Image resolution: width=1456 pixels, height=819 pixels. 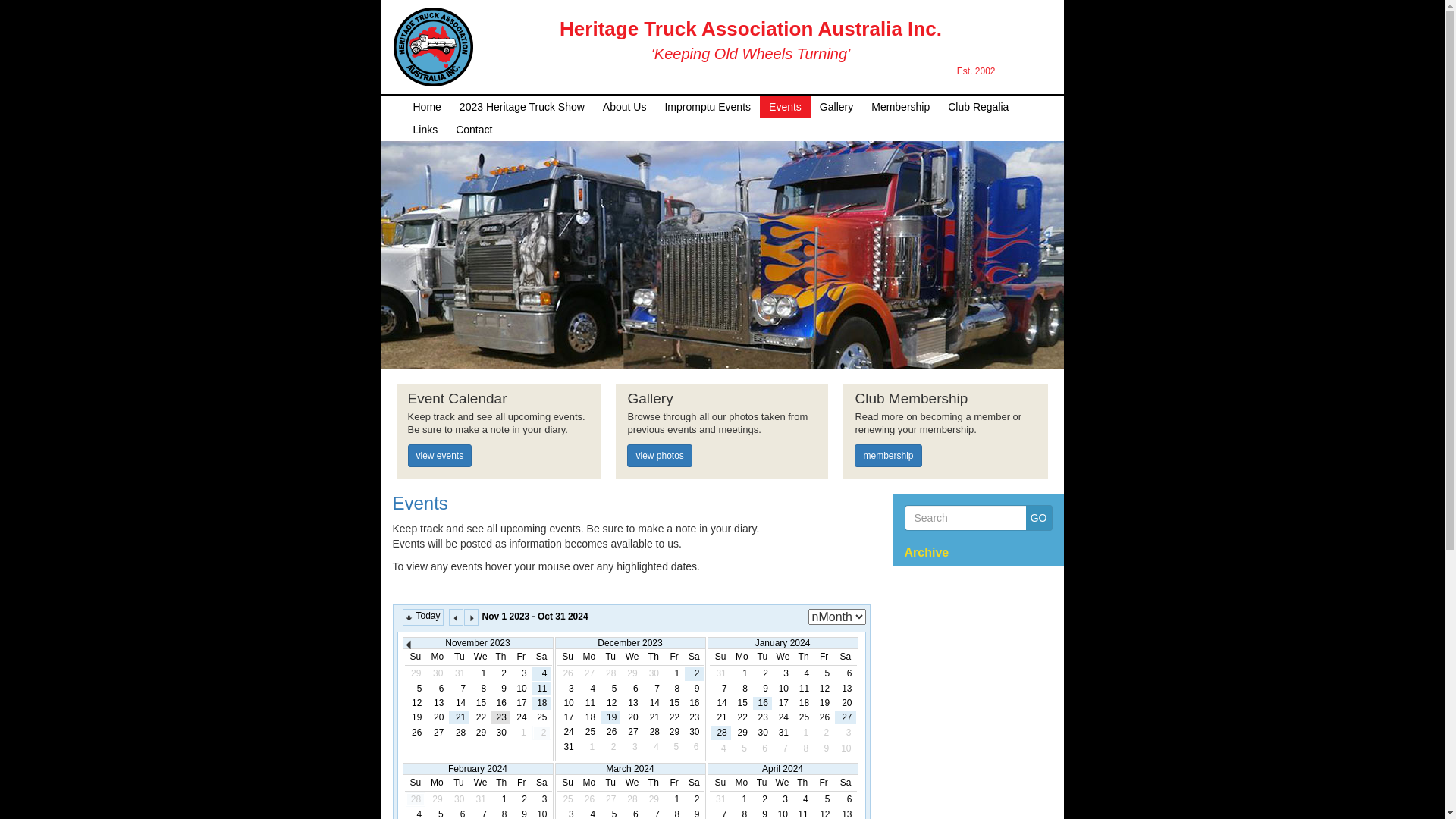 I want to click on '13', so click(x=844, y=689).